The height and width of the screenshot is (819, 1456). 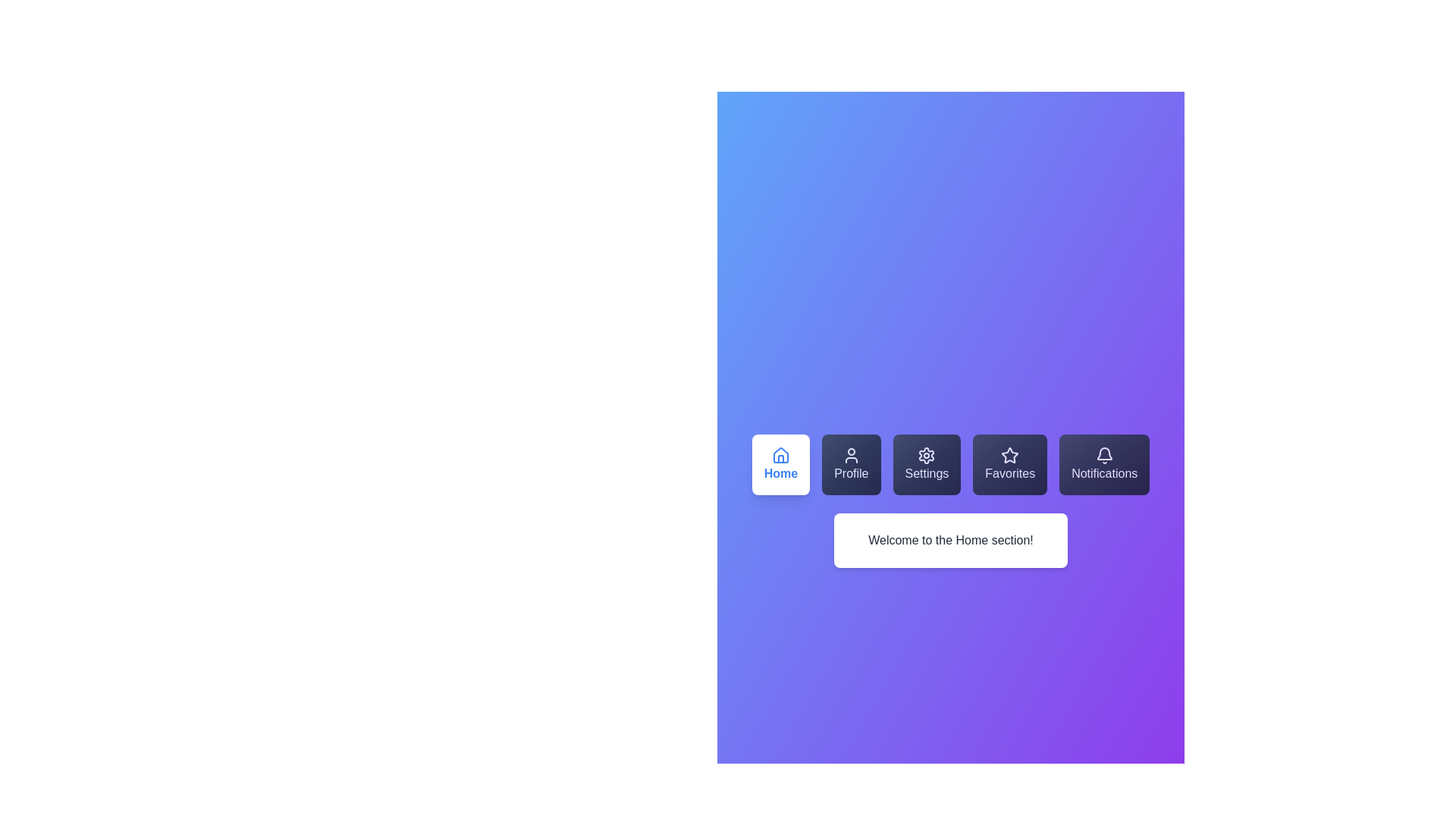 What do you see at coordinates (780, 455) in the screenshot?
I see `the 'Home' button which features a blue outline house icon centered above the label 'Home'` at bounding box center [780, 455].